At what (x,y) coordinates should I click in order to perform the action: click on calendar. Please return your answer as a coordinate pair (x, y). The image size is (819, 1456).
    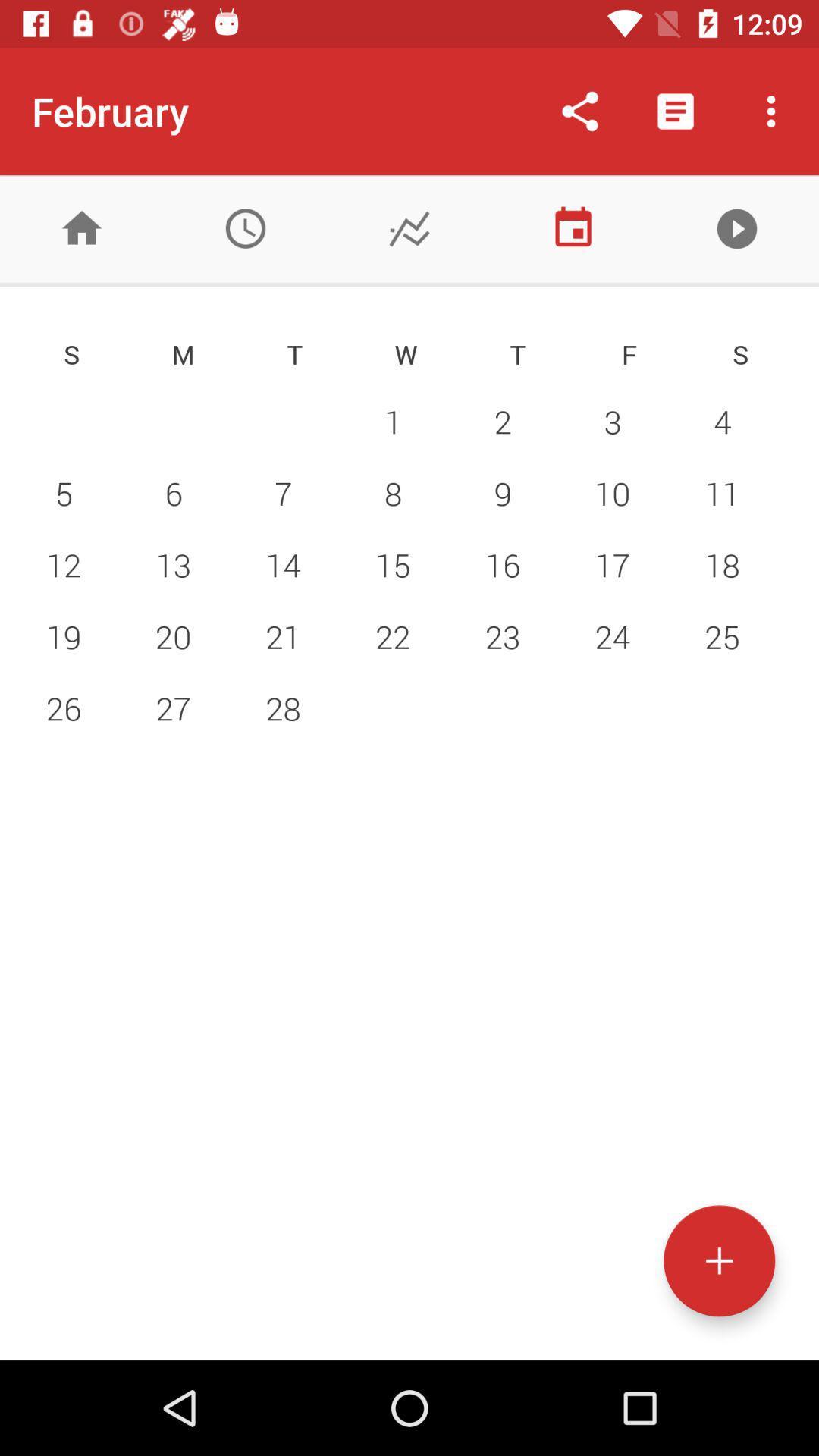
    Looking at the image, I should click on (573, 227).